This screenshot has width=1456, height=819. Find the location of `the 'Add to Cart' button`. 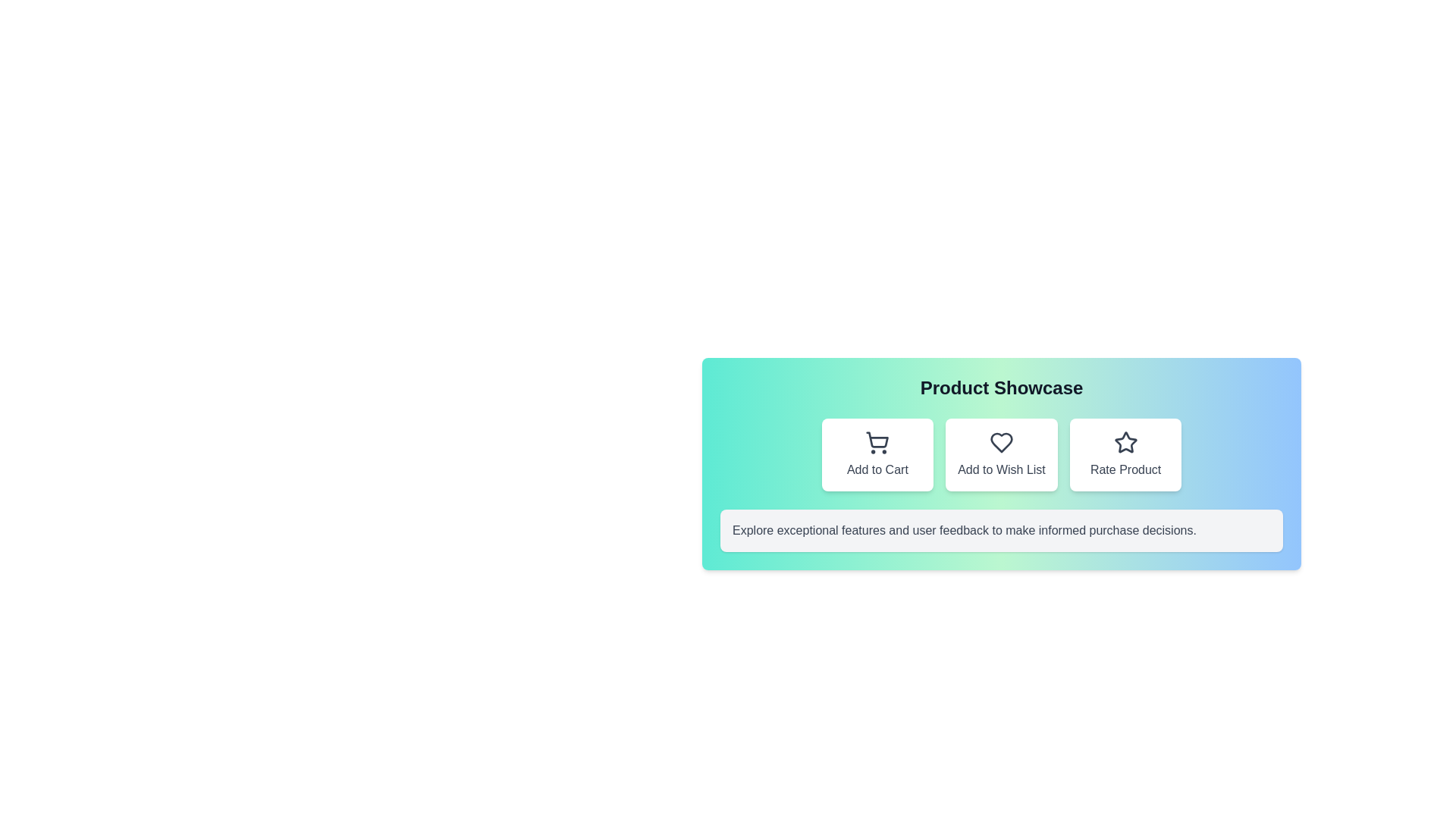

the 'Add to Cart' button is located at coordinates (877, 454).